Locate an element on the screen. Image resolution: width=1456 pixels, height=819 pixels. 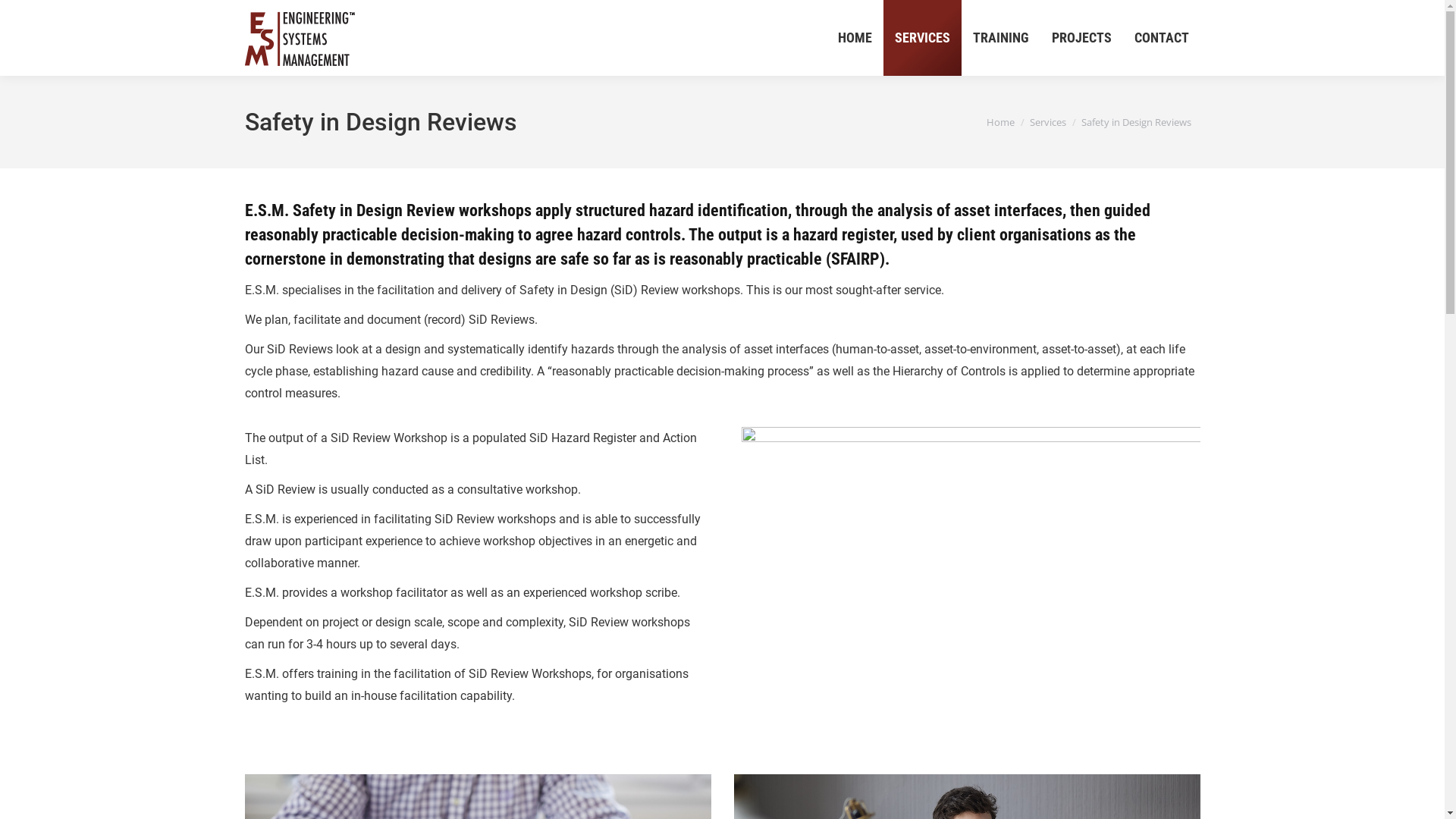
'SERVICES' is located at coordinates (921, 37).